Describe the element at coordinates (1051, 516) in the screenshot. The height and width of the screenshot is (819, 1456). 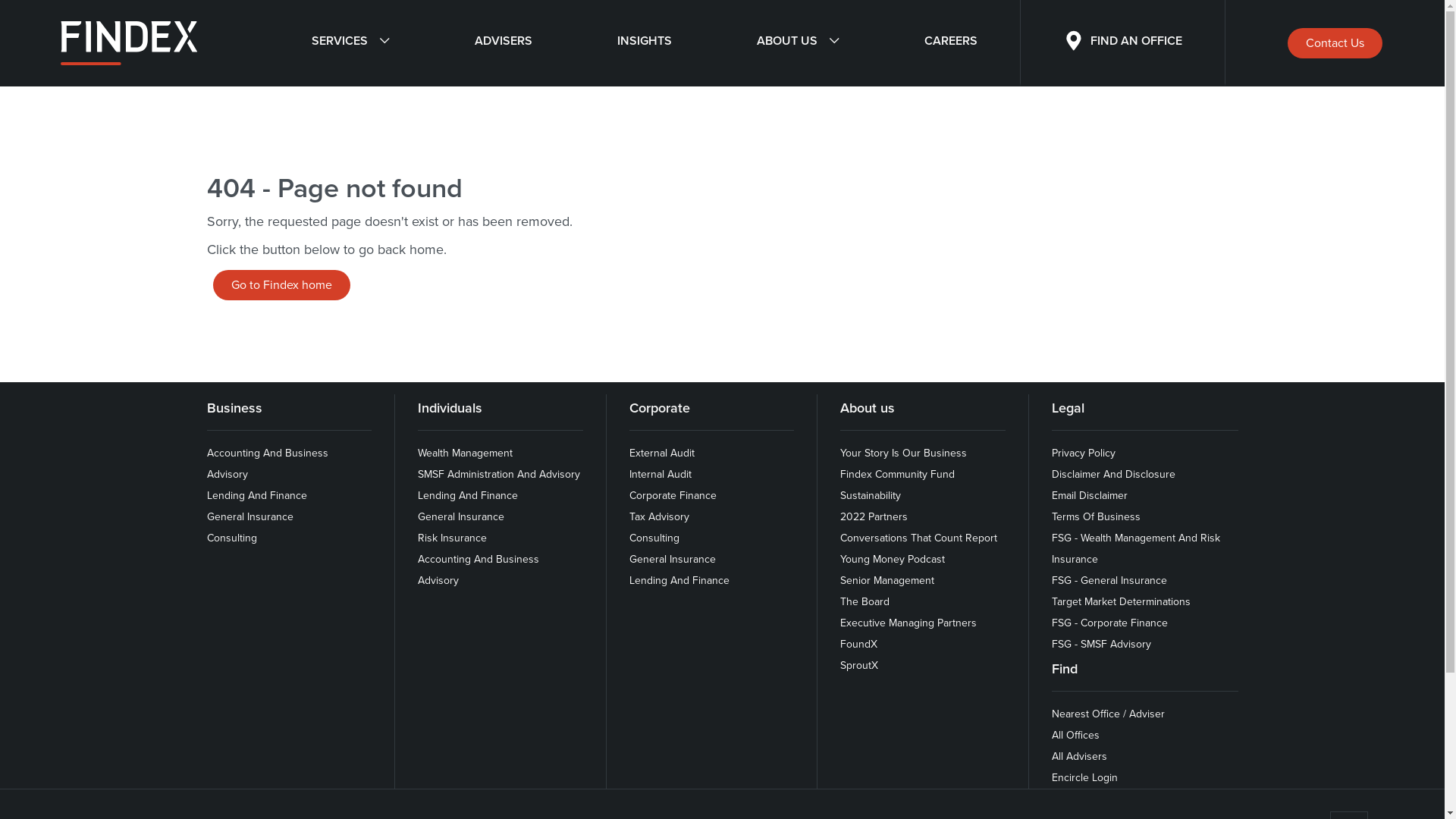
I see `'Terms Of Business'` at that location.